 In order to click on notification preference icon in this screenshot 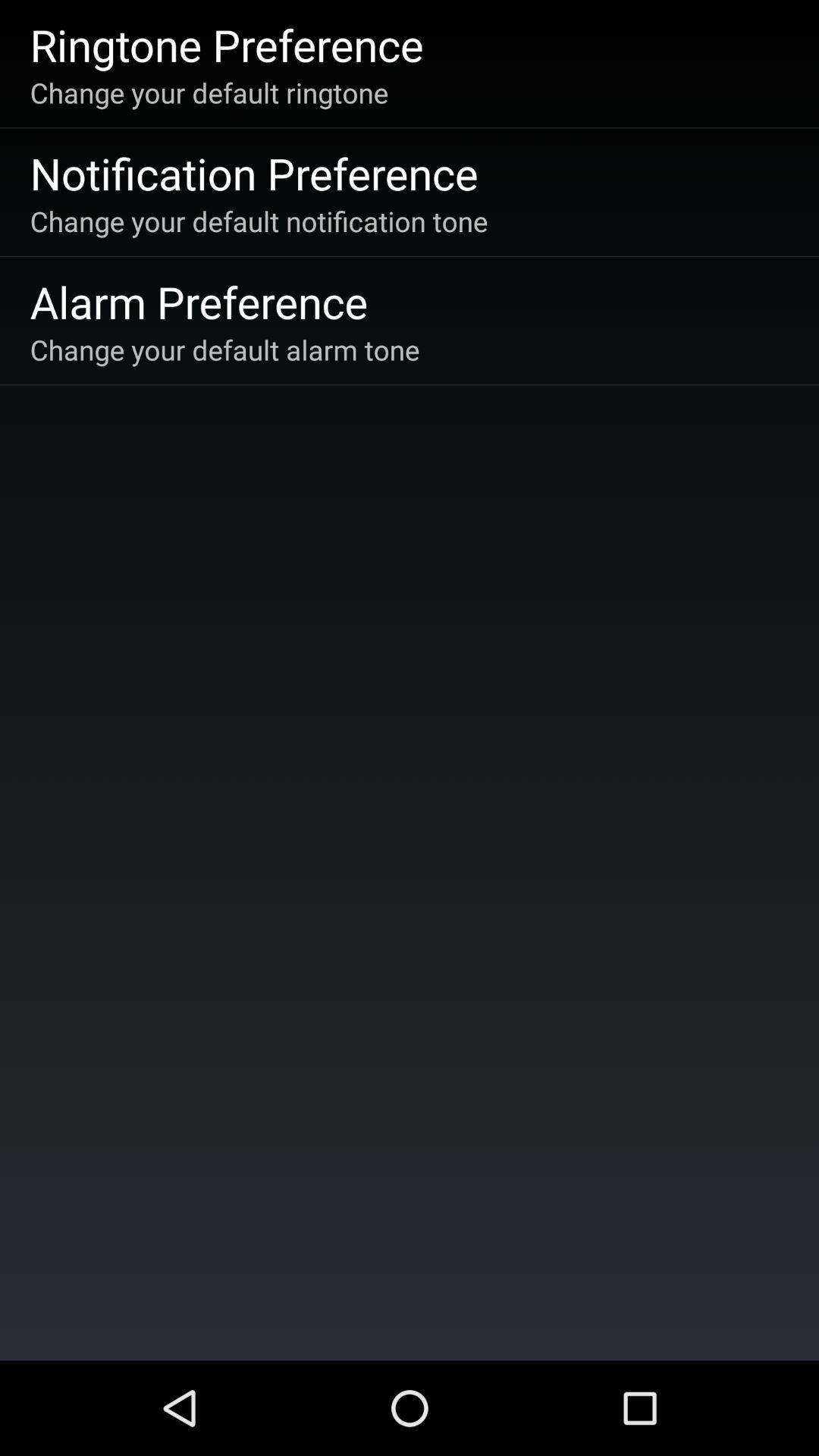, I will do `click(253, 173)`.